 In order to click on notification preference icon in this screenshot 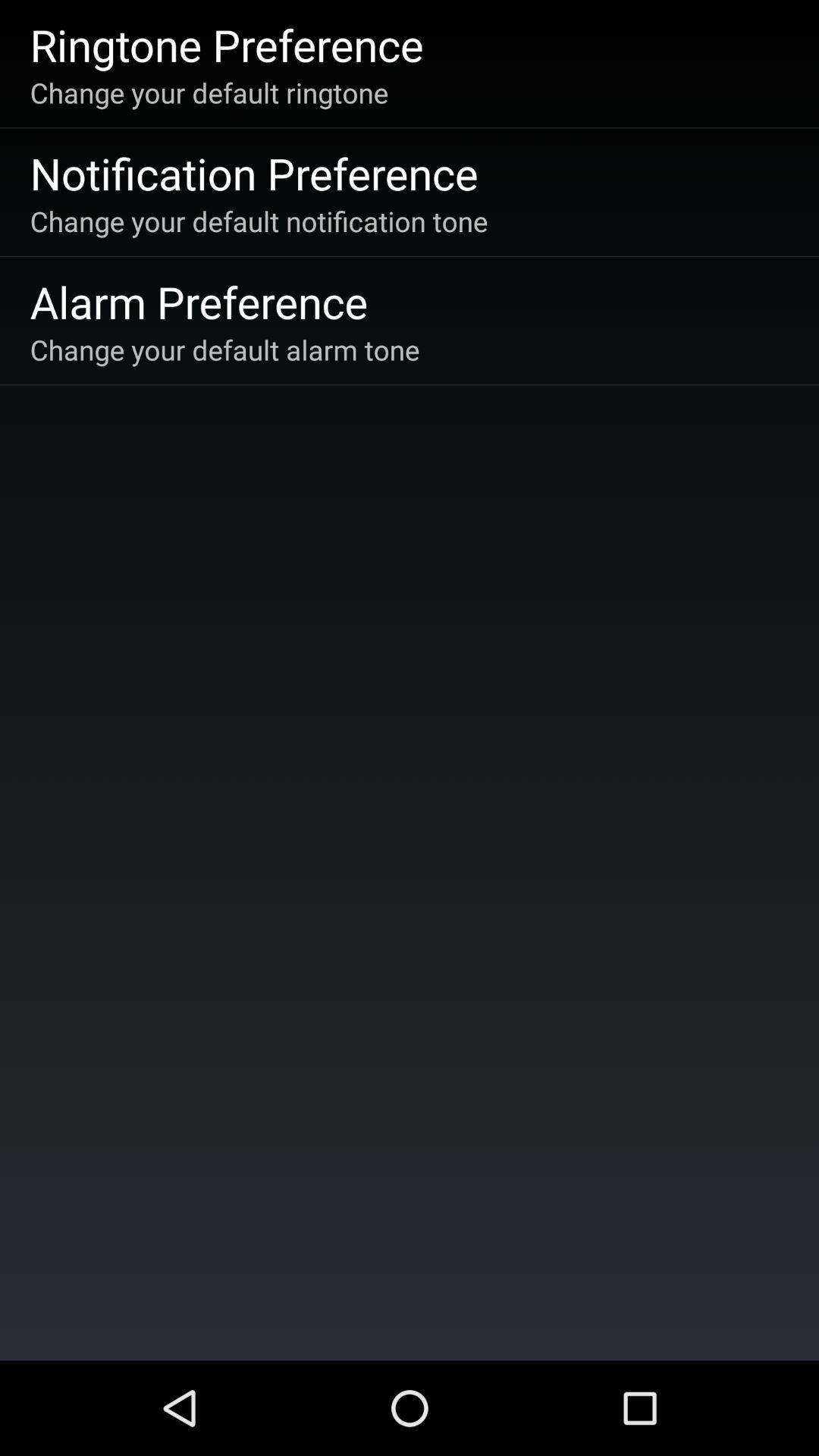, I will do `click(253, 173)`.